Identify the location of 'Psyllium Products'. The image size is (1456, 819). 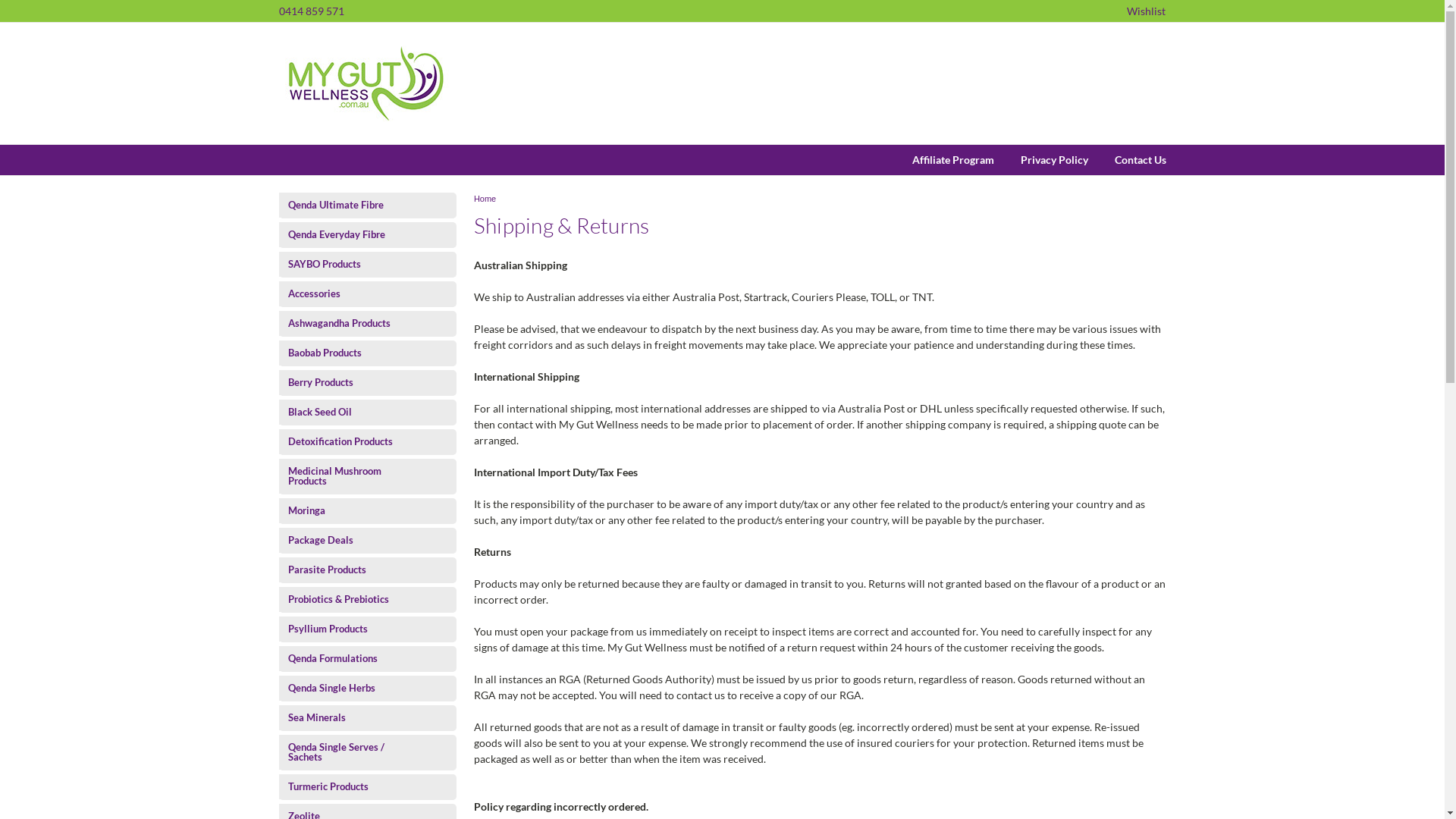
(353, 629).